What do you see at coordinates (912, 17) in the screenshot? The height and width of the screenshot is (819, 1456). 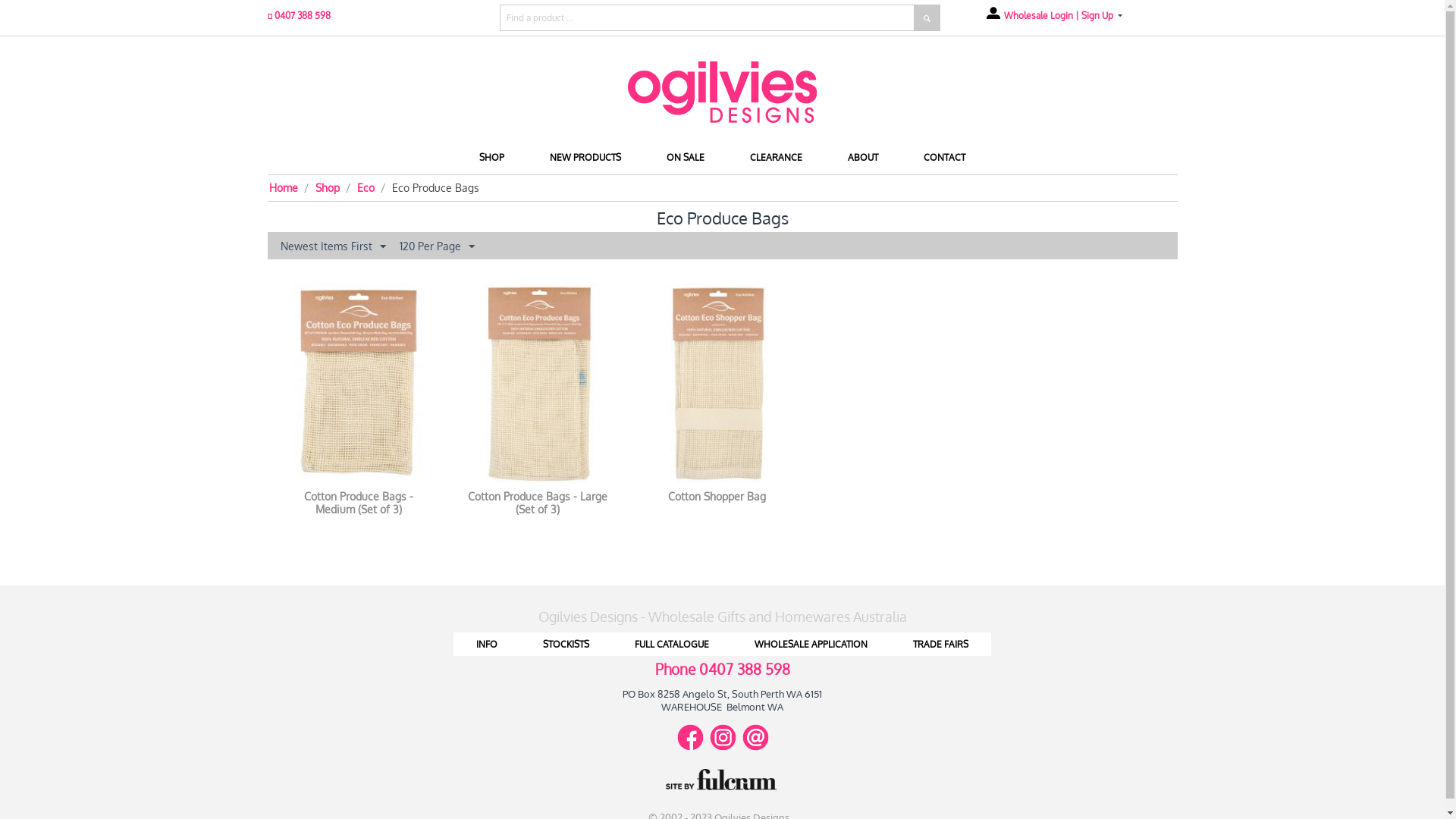 I see `'Search'` at bounding box center [912, 17].